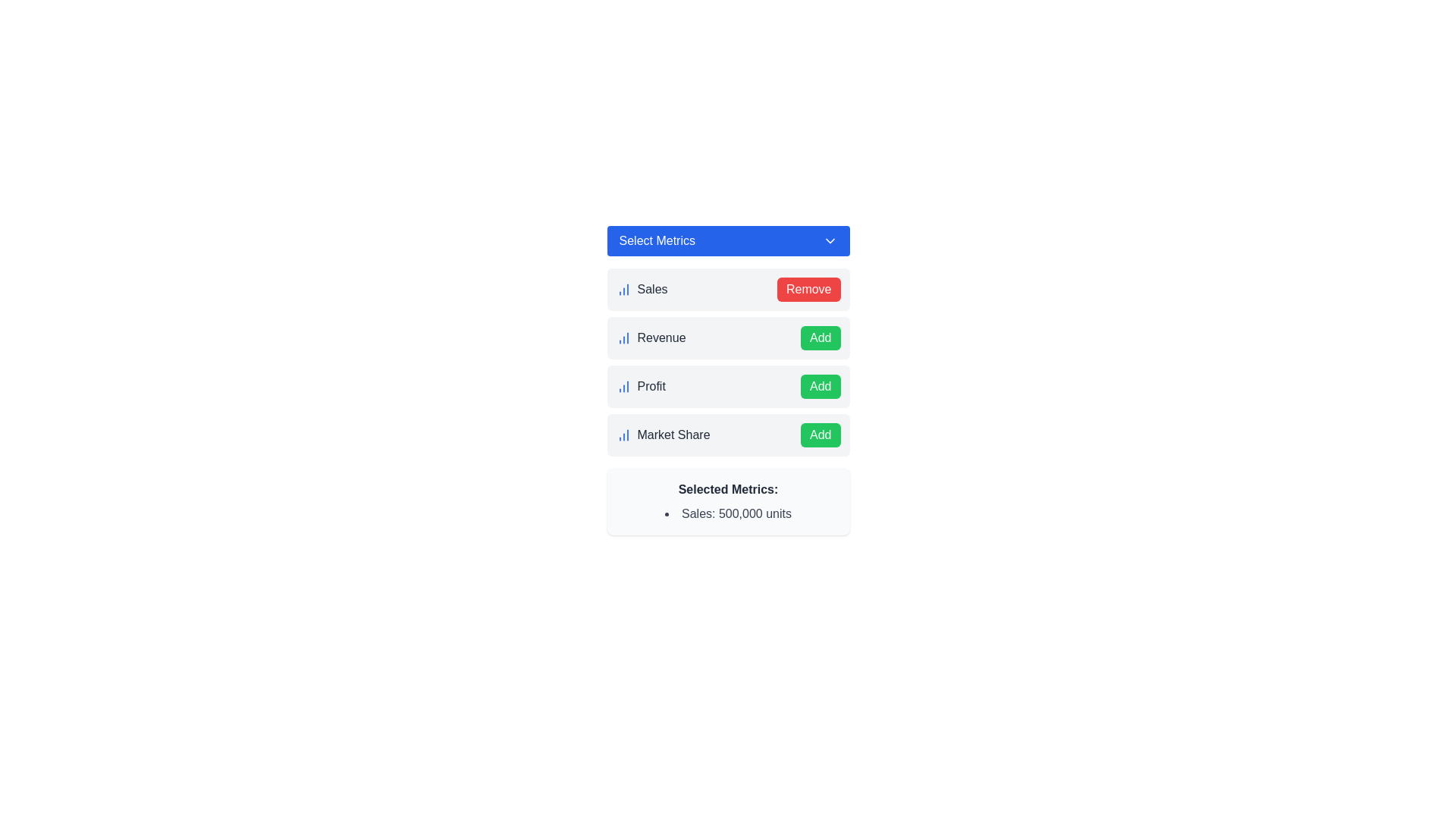 This screenshot has height=819, width=1456. What do you see at coordinates (820, 435) in the screenshot?
I see `the 'Add' button located at the bottom-right of the 'Market Share' section` at bounding box center [820, 435].